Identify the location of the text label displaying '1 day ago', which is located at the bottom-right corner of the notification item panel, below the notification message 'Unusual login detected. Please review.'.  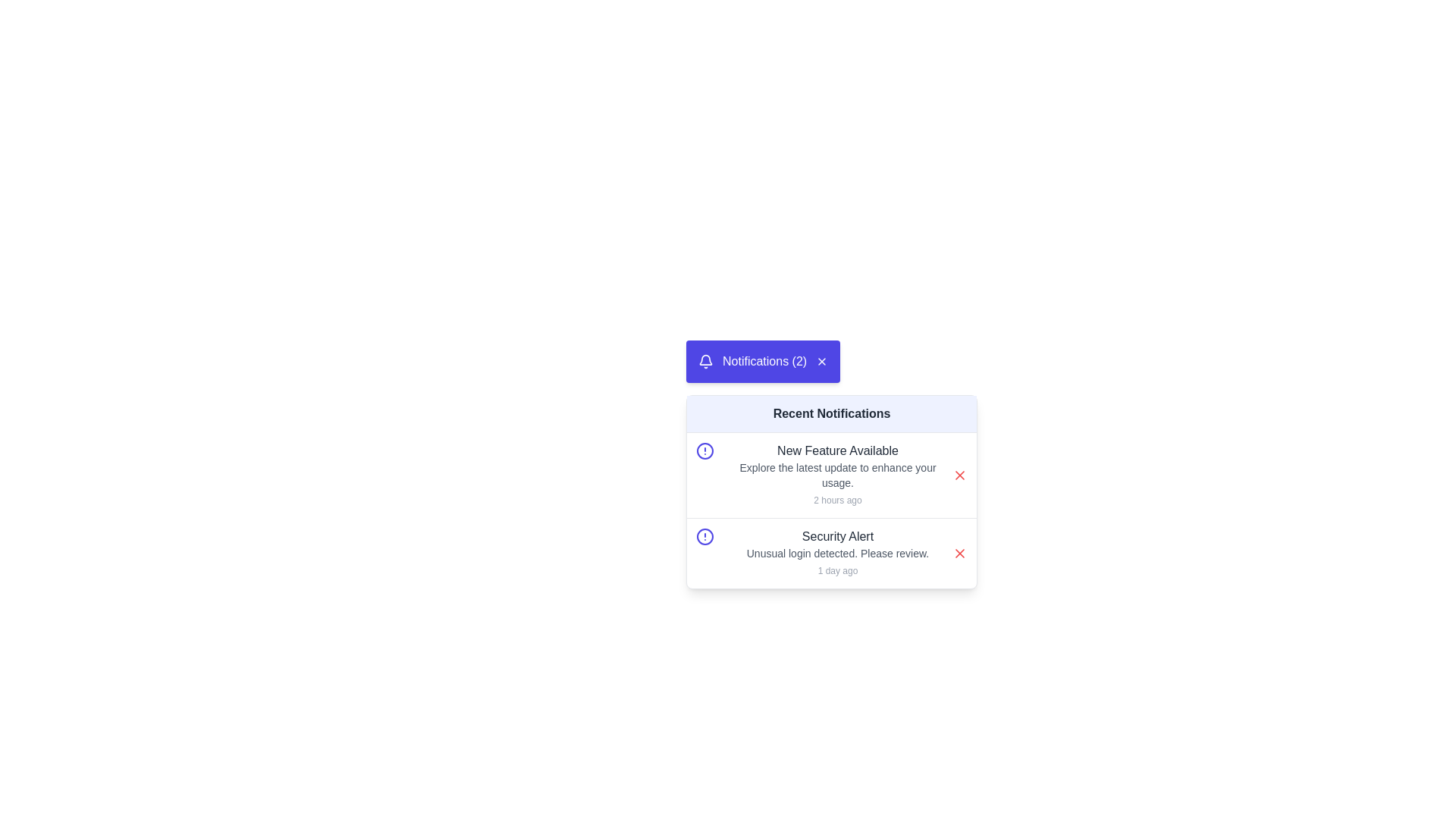
(836, 570).